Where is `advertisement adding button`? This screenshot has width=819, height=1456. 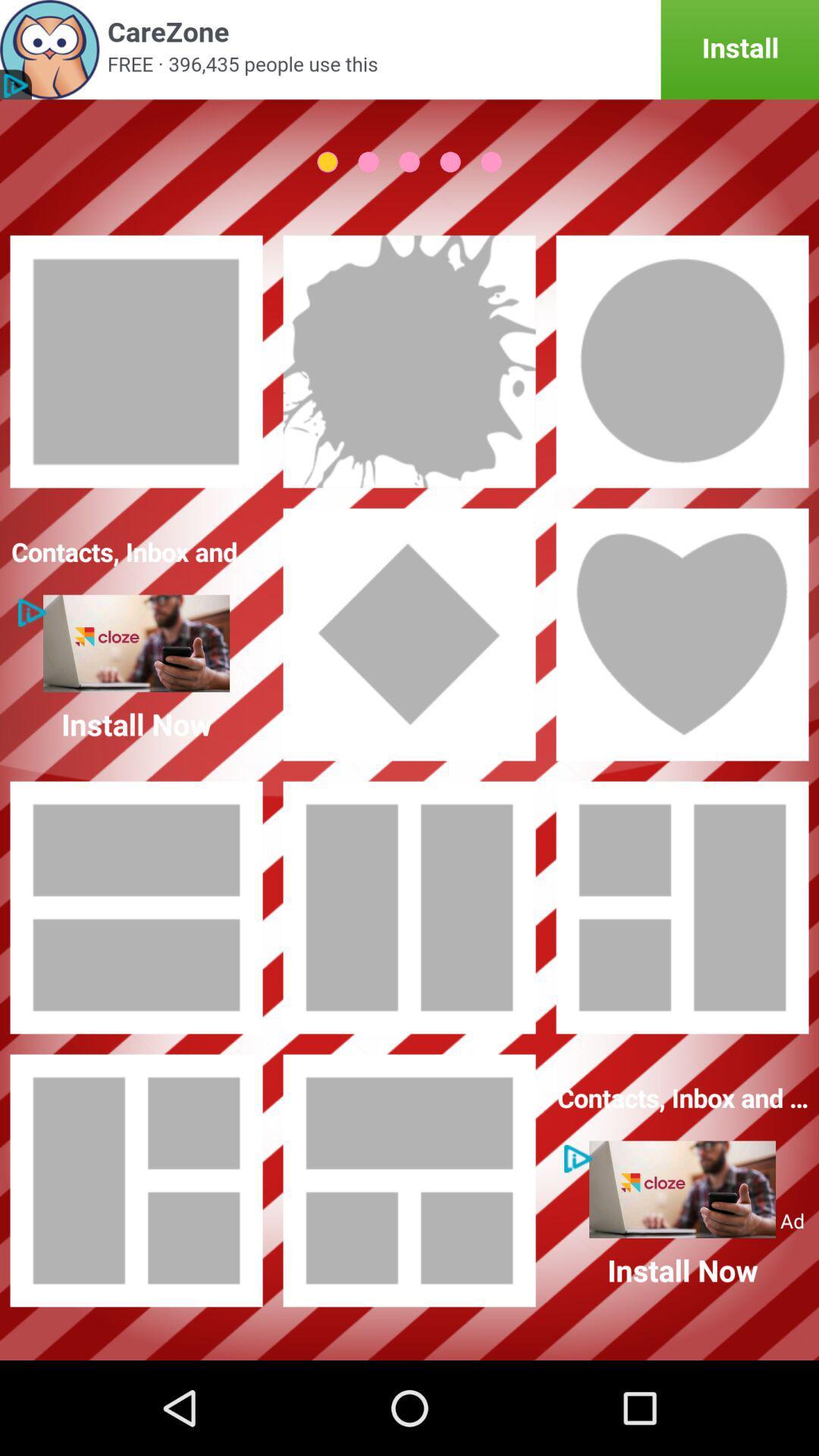
advertisement adding button is located at coordinates (409, 49).